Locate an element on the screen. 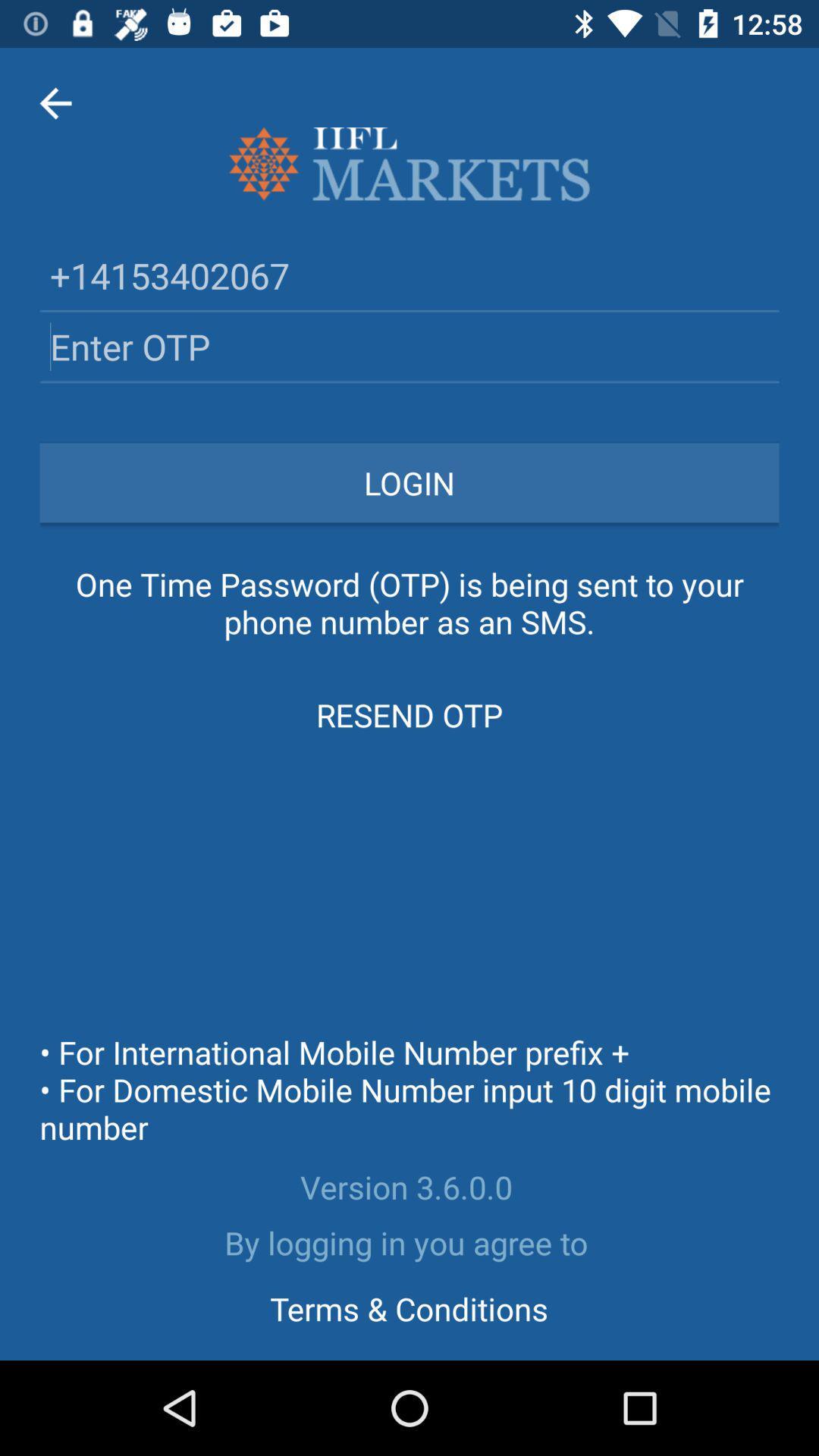 Image resolution: width=819 pixels, height=1456 pixels. otp textbox is located at coordinates (409, 346).